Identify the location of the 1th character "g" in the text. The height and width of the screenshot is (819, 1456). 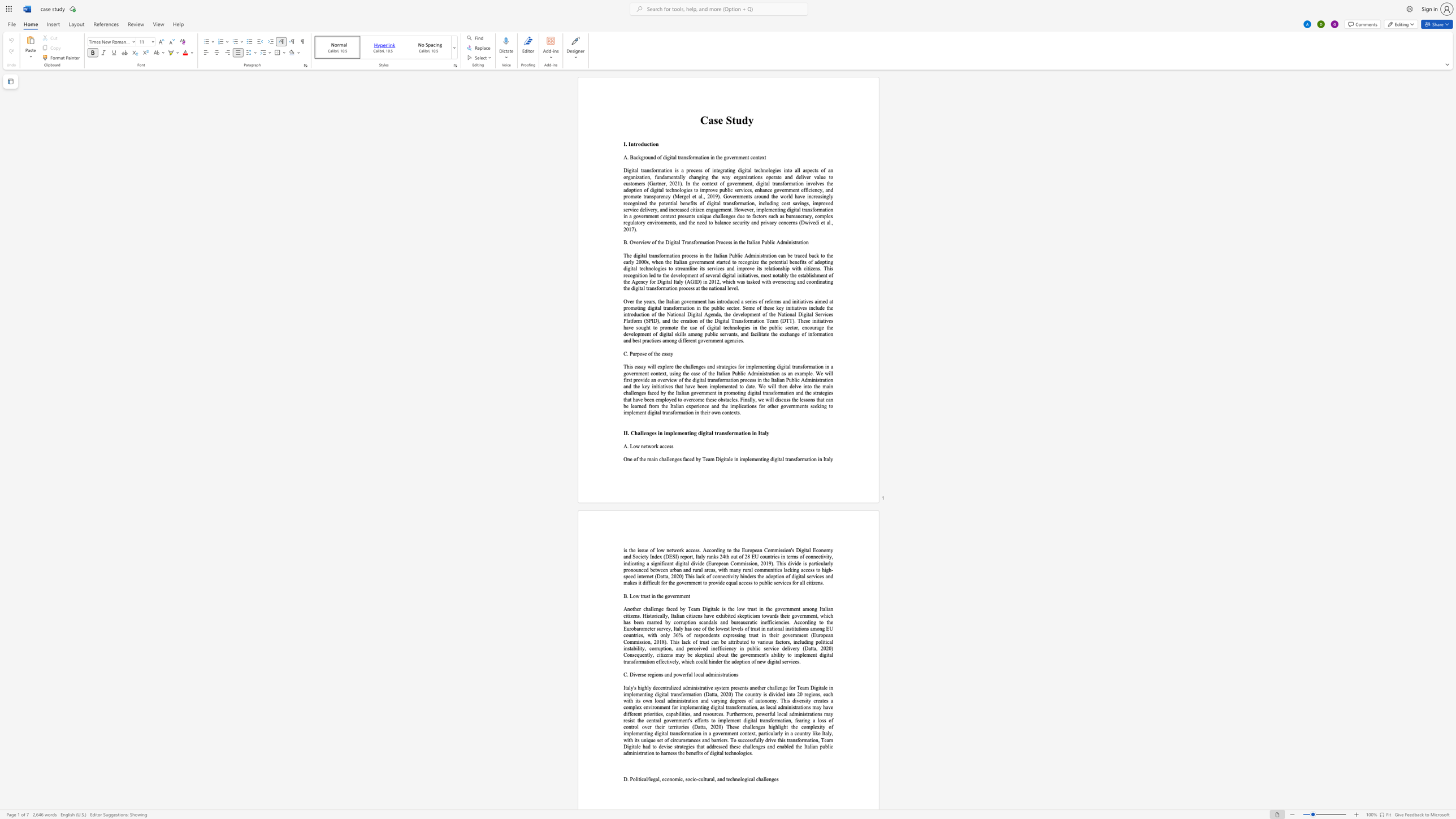
(665, 596).